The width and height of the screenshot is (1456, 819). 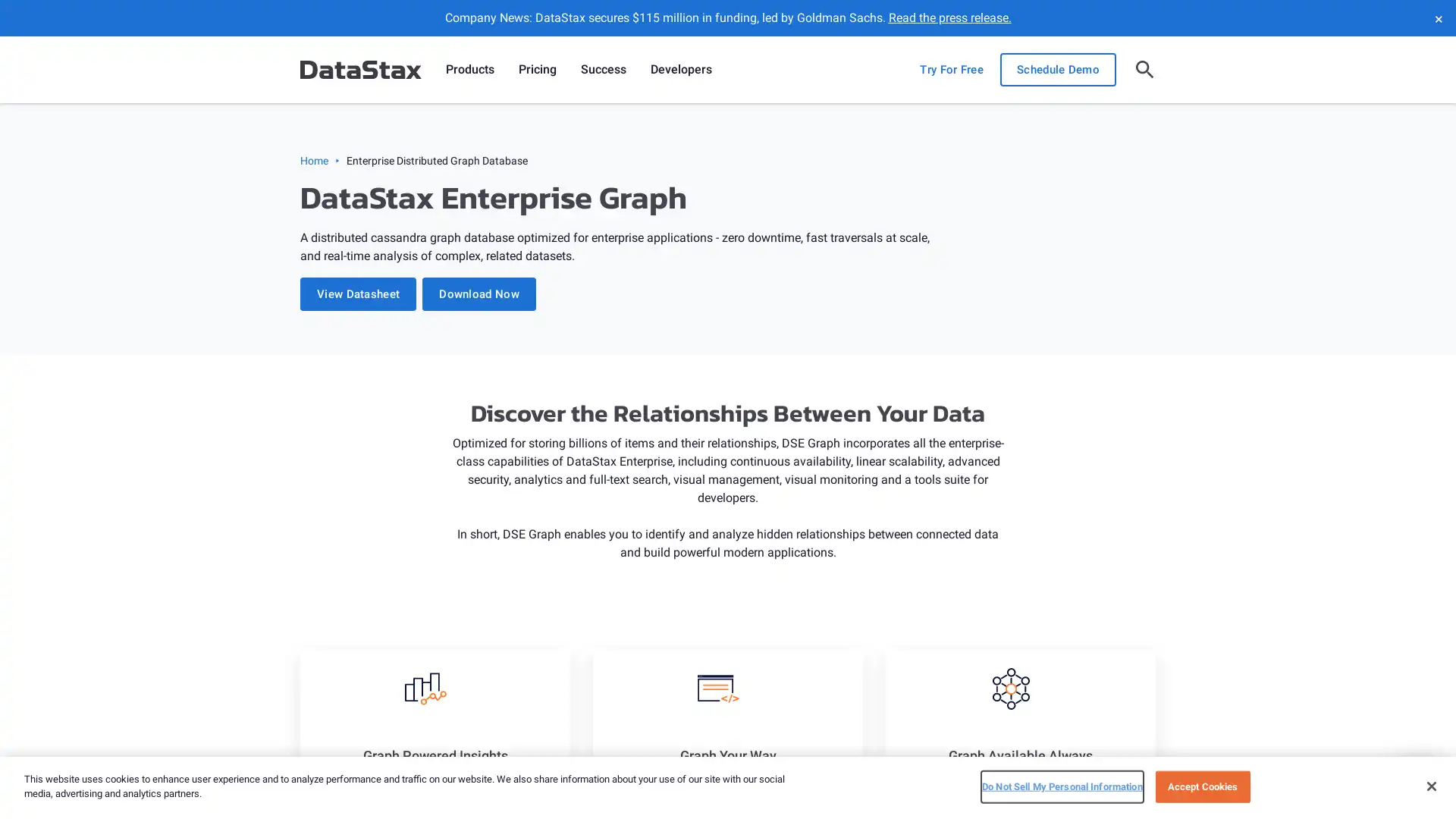 I want to click on Open Intercom Messenger, so click(x=1417, y=780).